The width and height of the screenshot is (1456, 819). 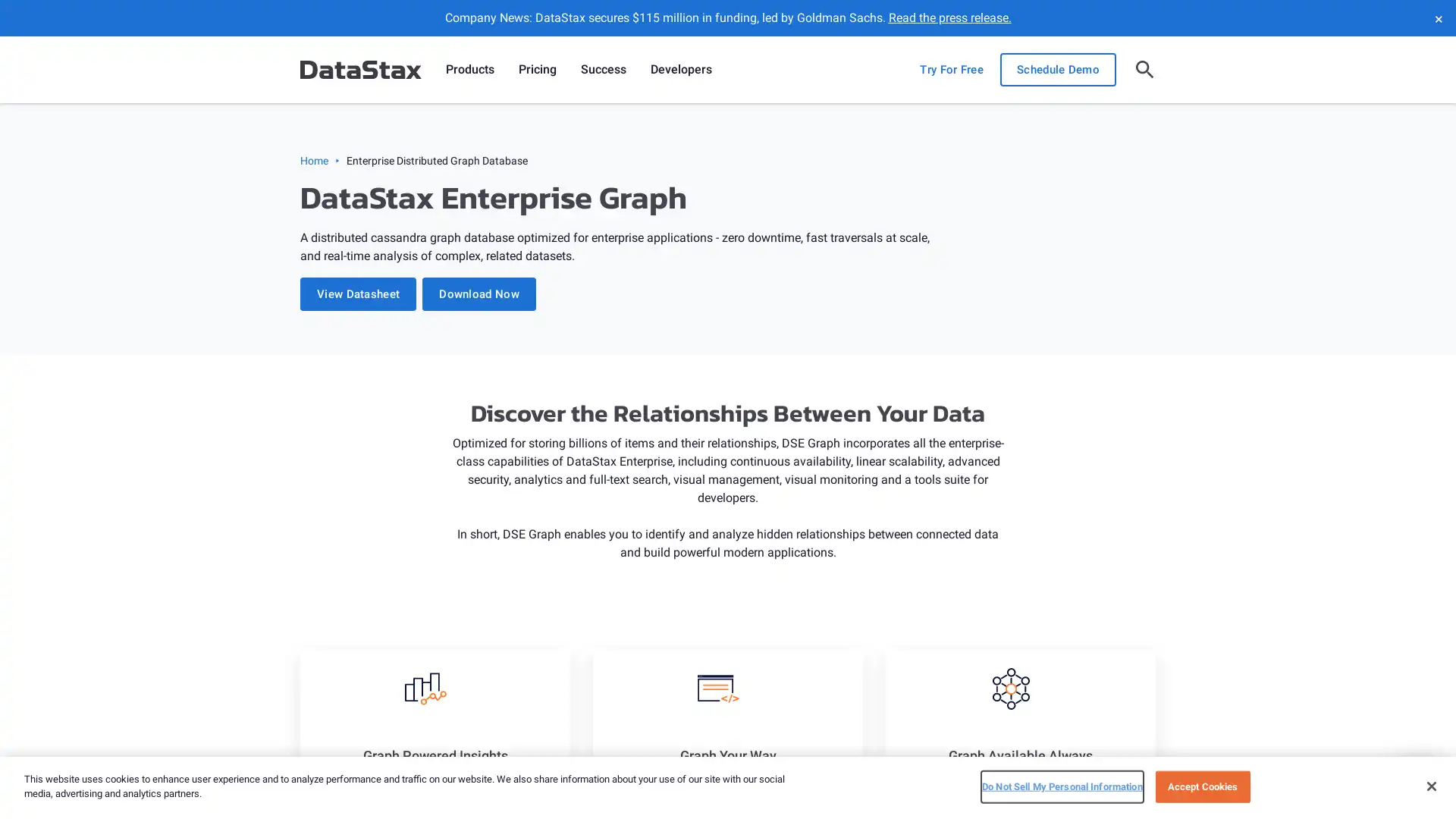 I want to click on Open Intercom Messenger, so click(x=1417, y=780).